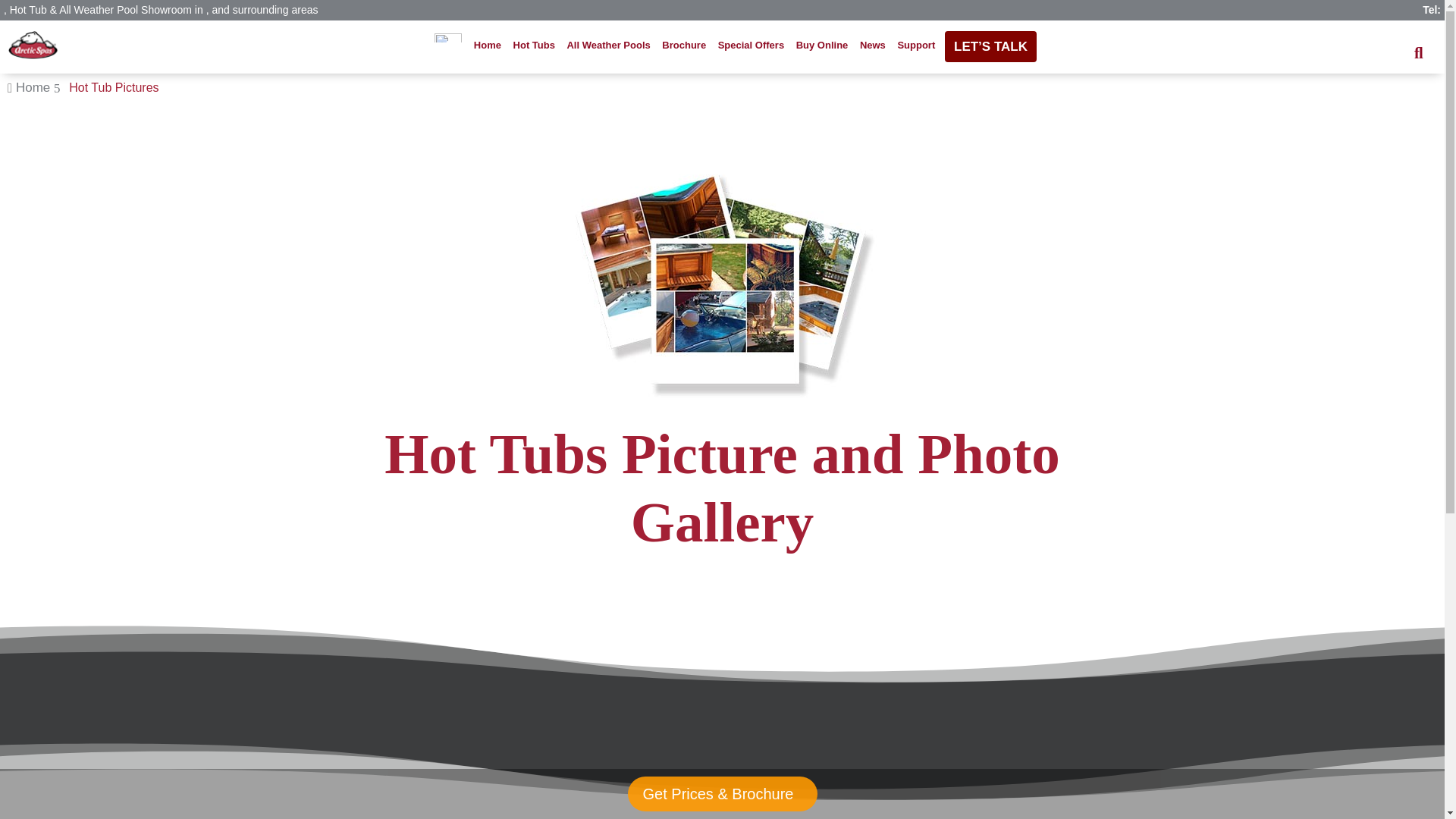 The height and width of the screenshot is (819, 1456). I want to click on 'News', so click(873, 44).